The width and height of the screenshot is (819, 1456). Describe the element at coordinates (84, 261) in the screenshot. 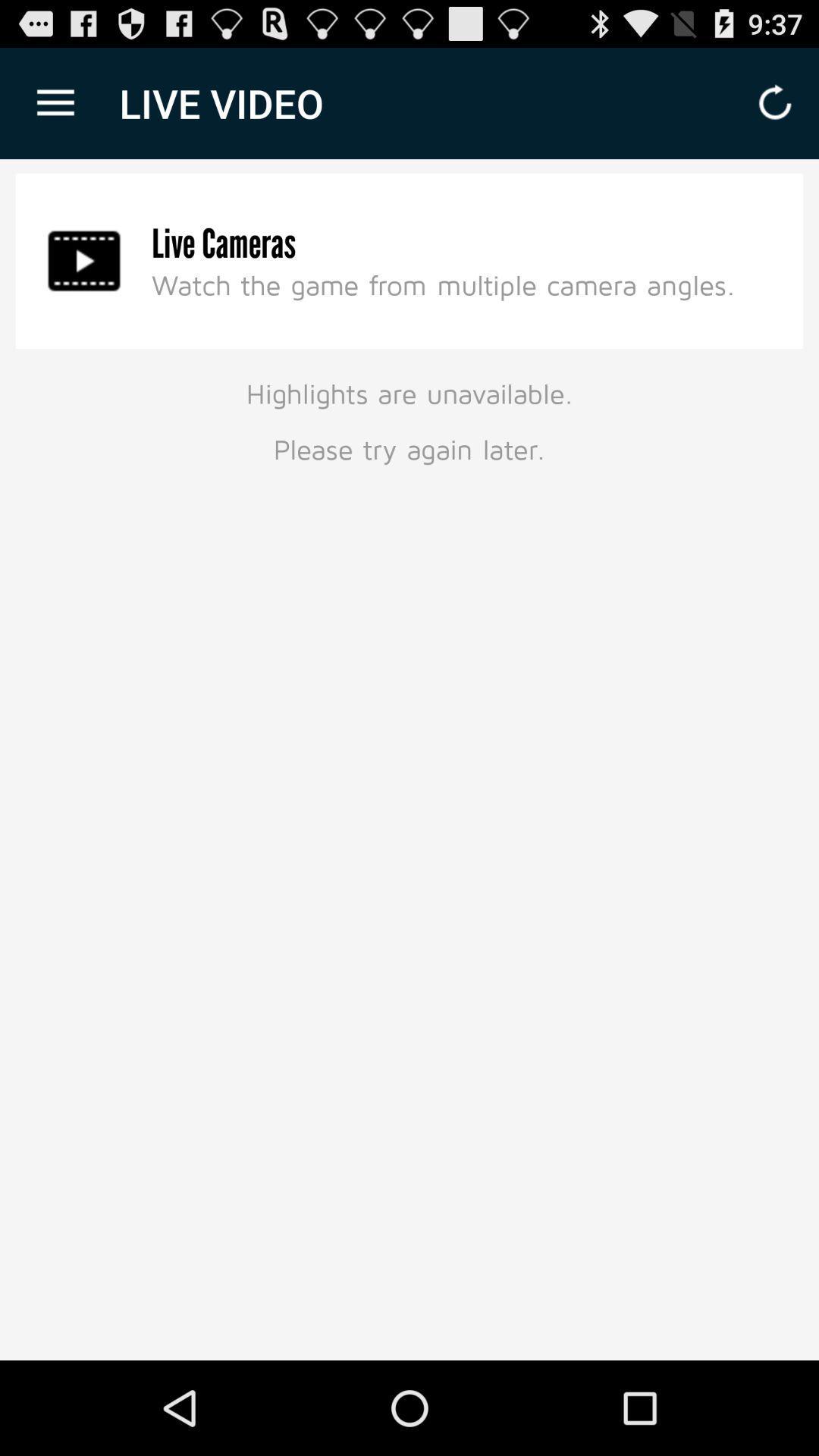

I see `item above highlights are unavailable item` at that location.